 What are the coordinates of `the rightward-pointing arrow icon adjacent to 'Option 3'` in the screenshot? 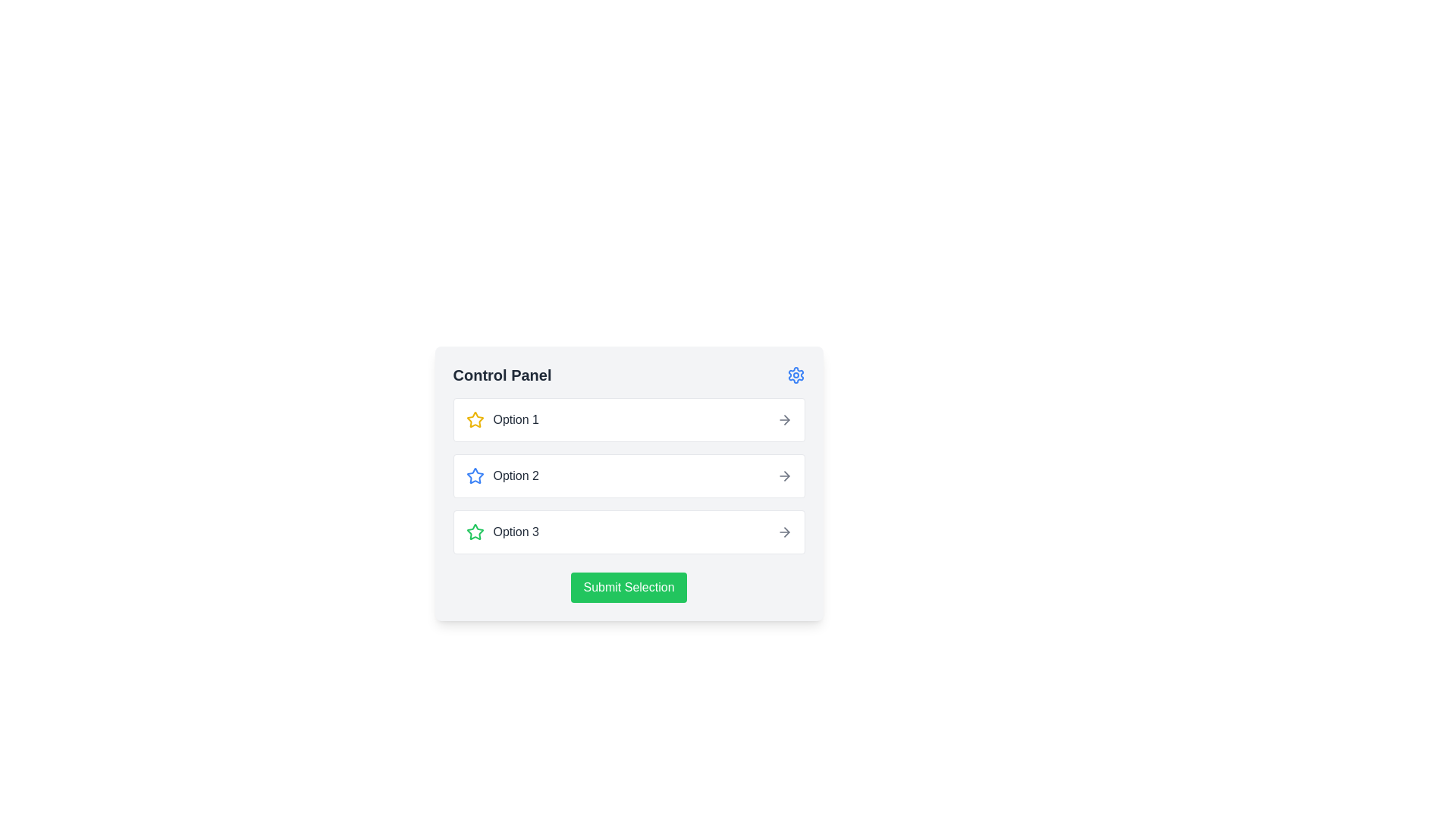 It's located at (784, 532).